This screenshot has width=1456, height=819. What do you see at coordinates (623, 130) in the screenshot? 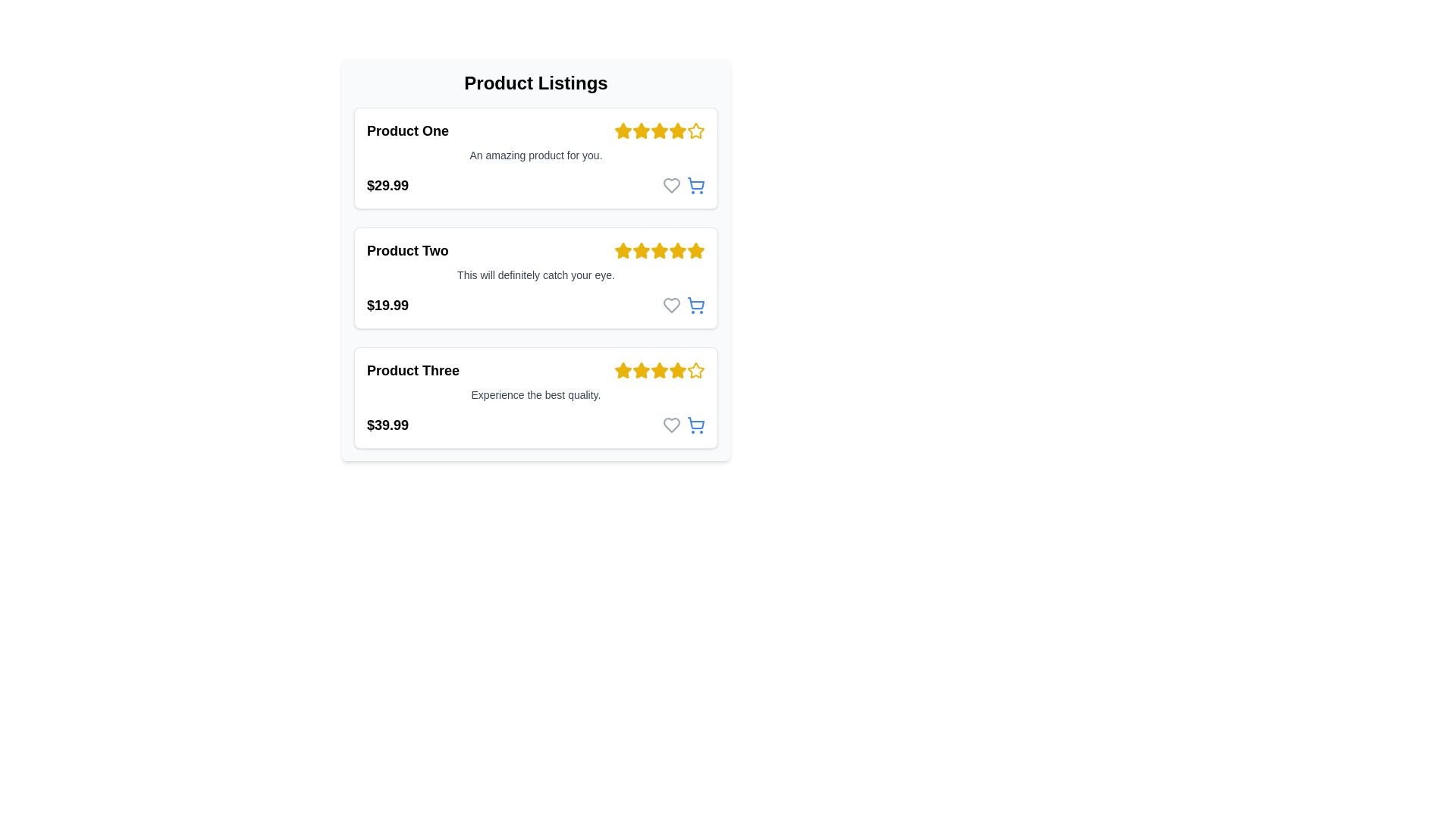
I see `the first star icon in the rating UI for 'Product One'` at bounding box center [623, 130].